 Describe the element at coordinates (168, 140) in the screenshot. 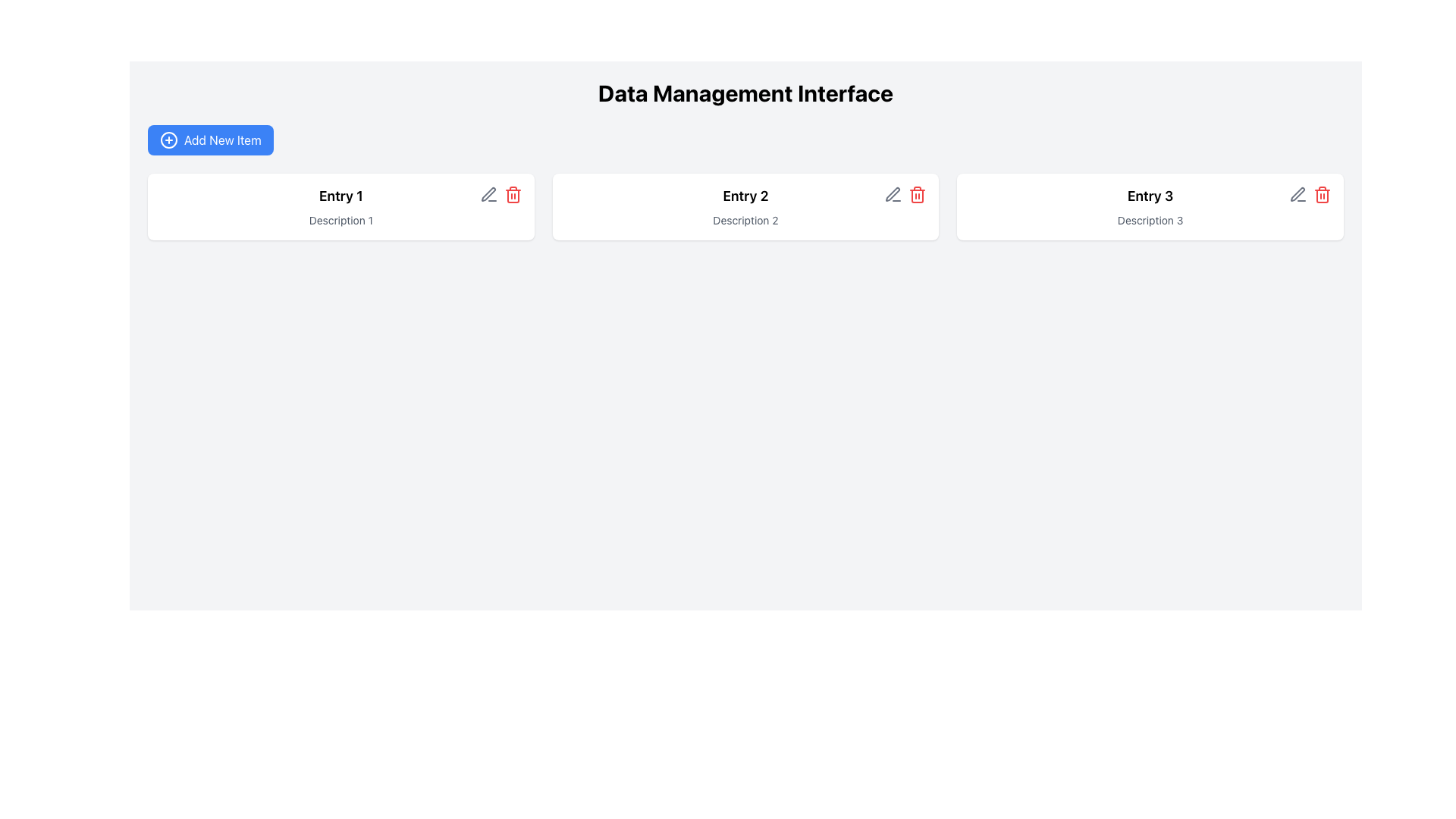

I see `the SVG Icon that is part of the 'Add New Item' button, which has a blue background and white text, located near the top-left of the interface` at that location.